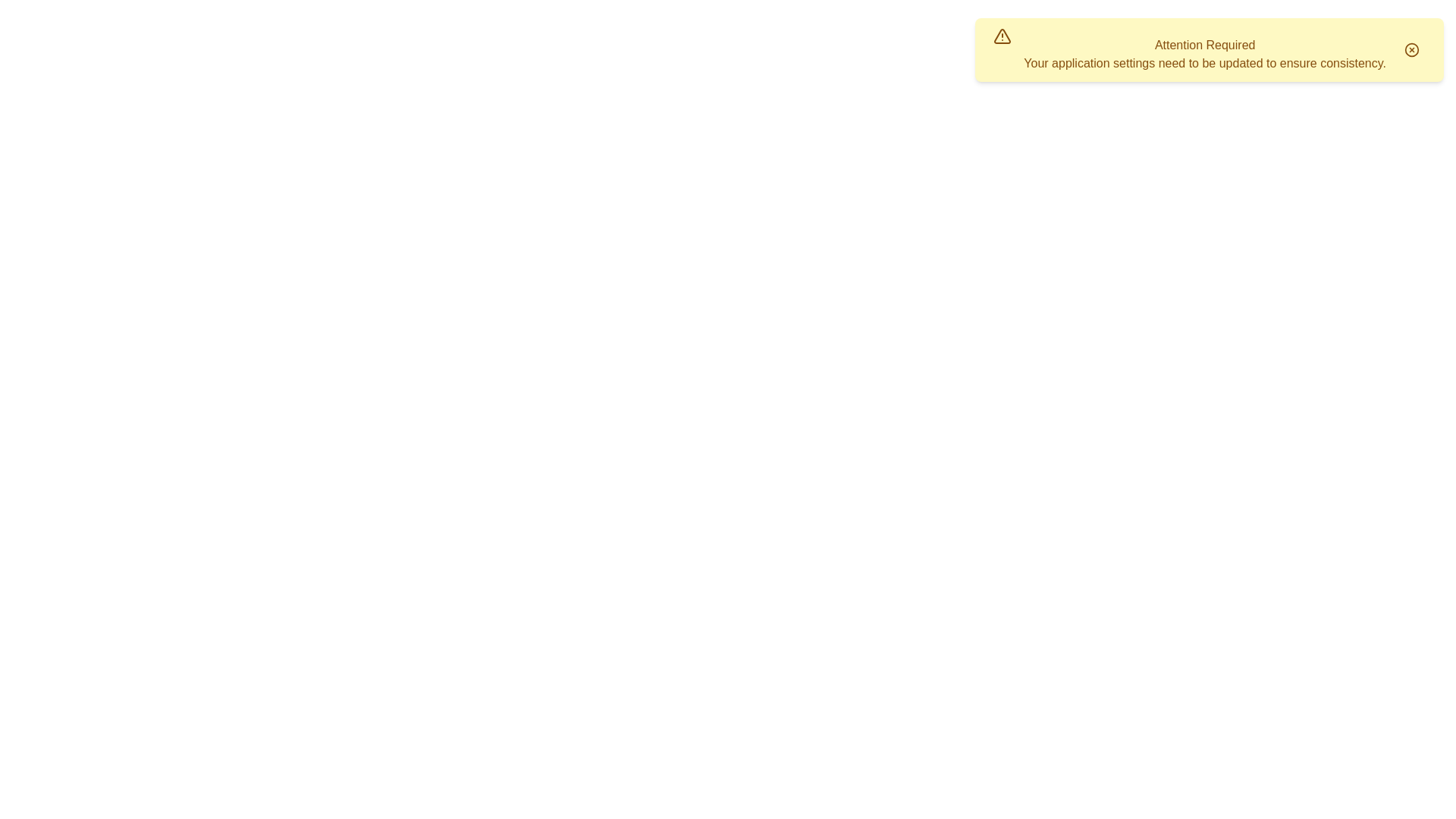  Describe the element at coordinates (1003, 35) in the screenshot. I see `the triangular warning icon located in the top-right corner of the interface, which is part of a yellow notification banner indicating urgent attention is required` at that location.